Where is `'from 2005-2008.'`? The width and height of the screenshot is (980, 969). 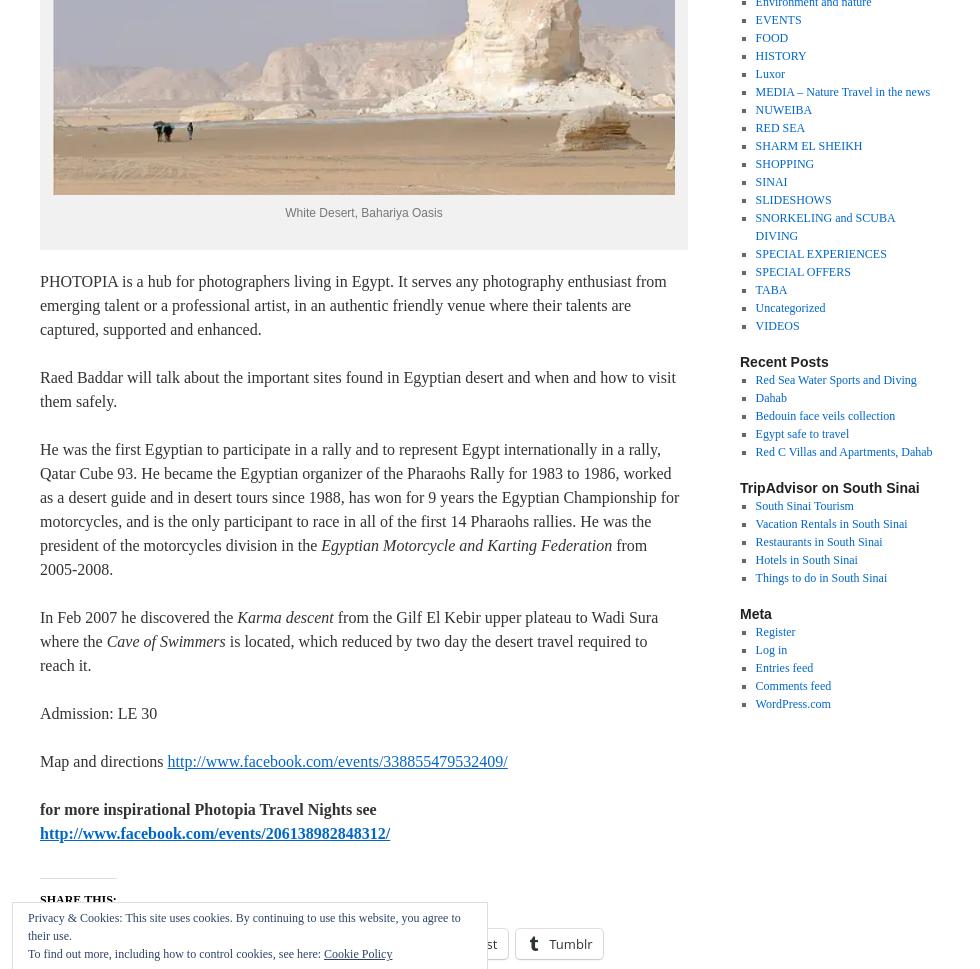 'from 2005-2008.' is located at coordinates (343, 557).